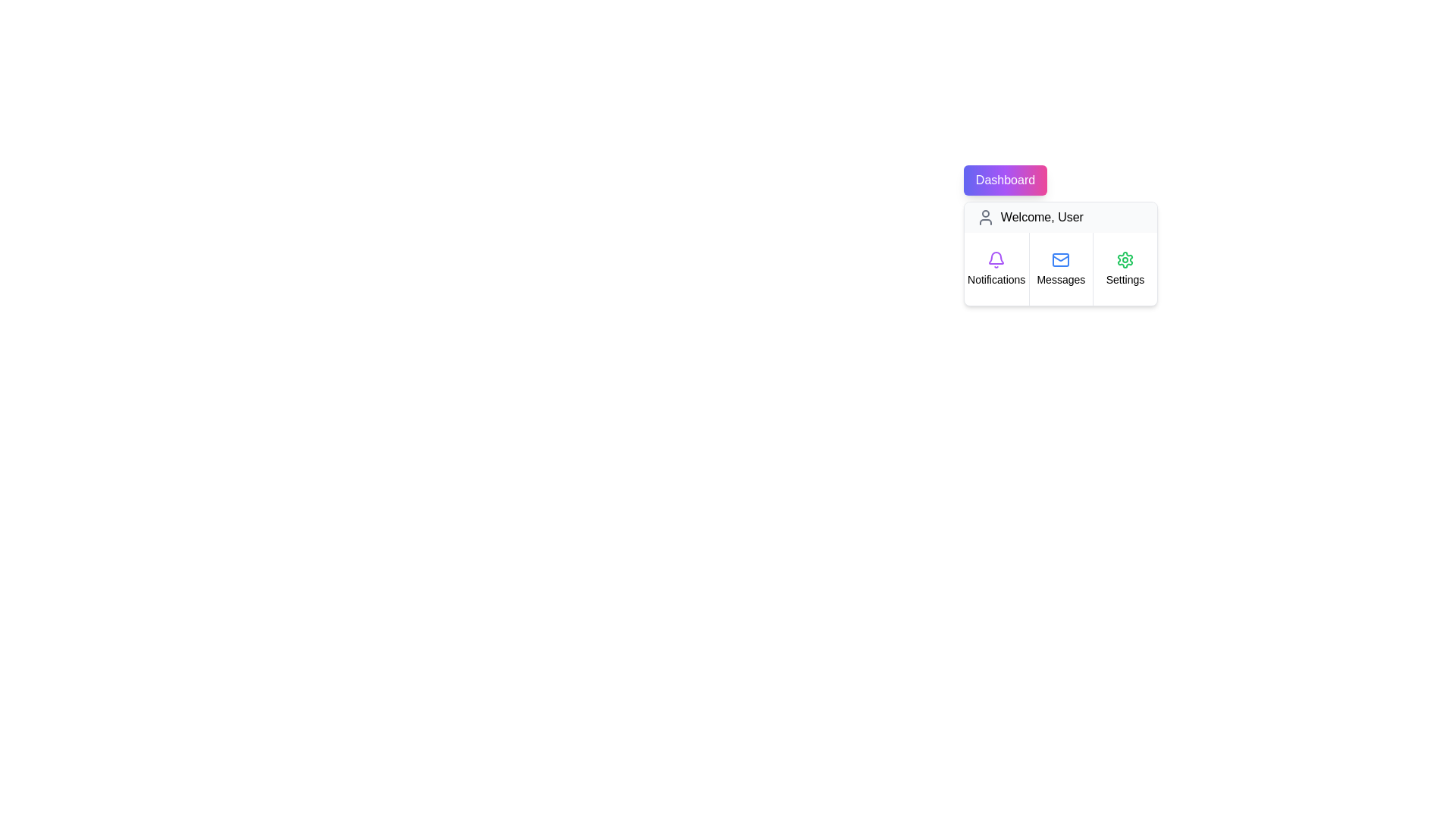  I want to click on the menu item Notifications to observe its hover effect, so click(996, 268).